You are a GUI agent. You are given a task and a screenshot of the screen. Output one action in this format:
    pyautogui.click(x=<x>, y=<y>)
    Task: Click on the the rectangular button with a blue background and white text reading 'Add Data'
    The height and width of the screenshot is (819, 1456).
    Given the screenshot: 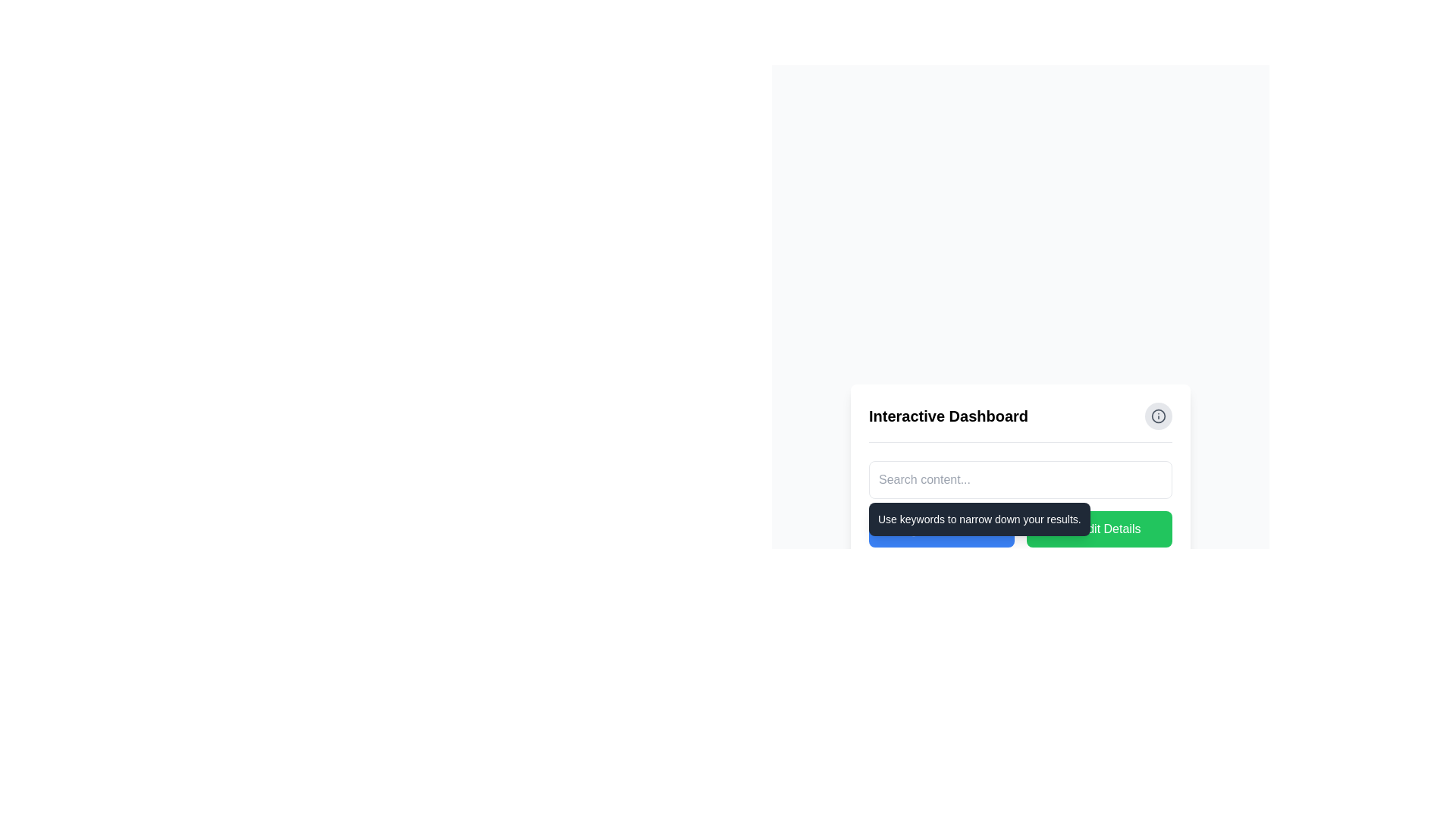 What is the action you would take?
    pyautogui.click(x=941, y=528)
    